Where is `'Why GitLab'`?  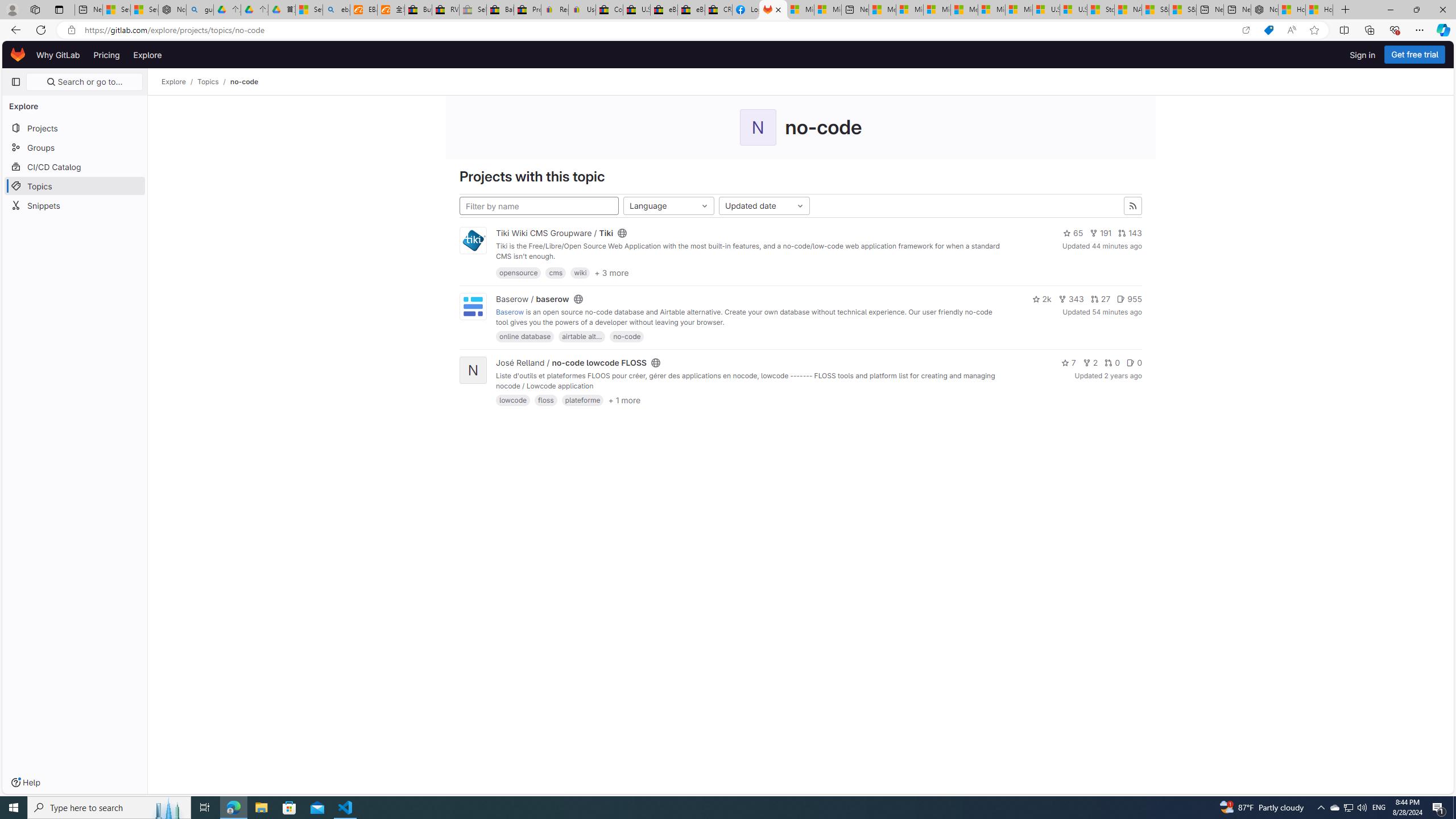 'Why GitLab' is located at coordinates (57, 54).